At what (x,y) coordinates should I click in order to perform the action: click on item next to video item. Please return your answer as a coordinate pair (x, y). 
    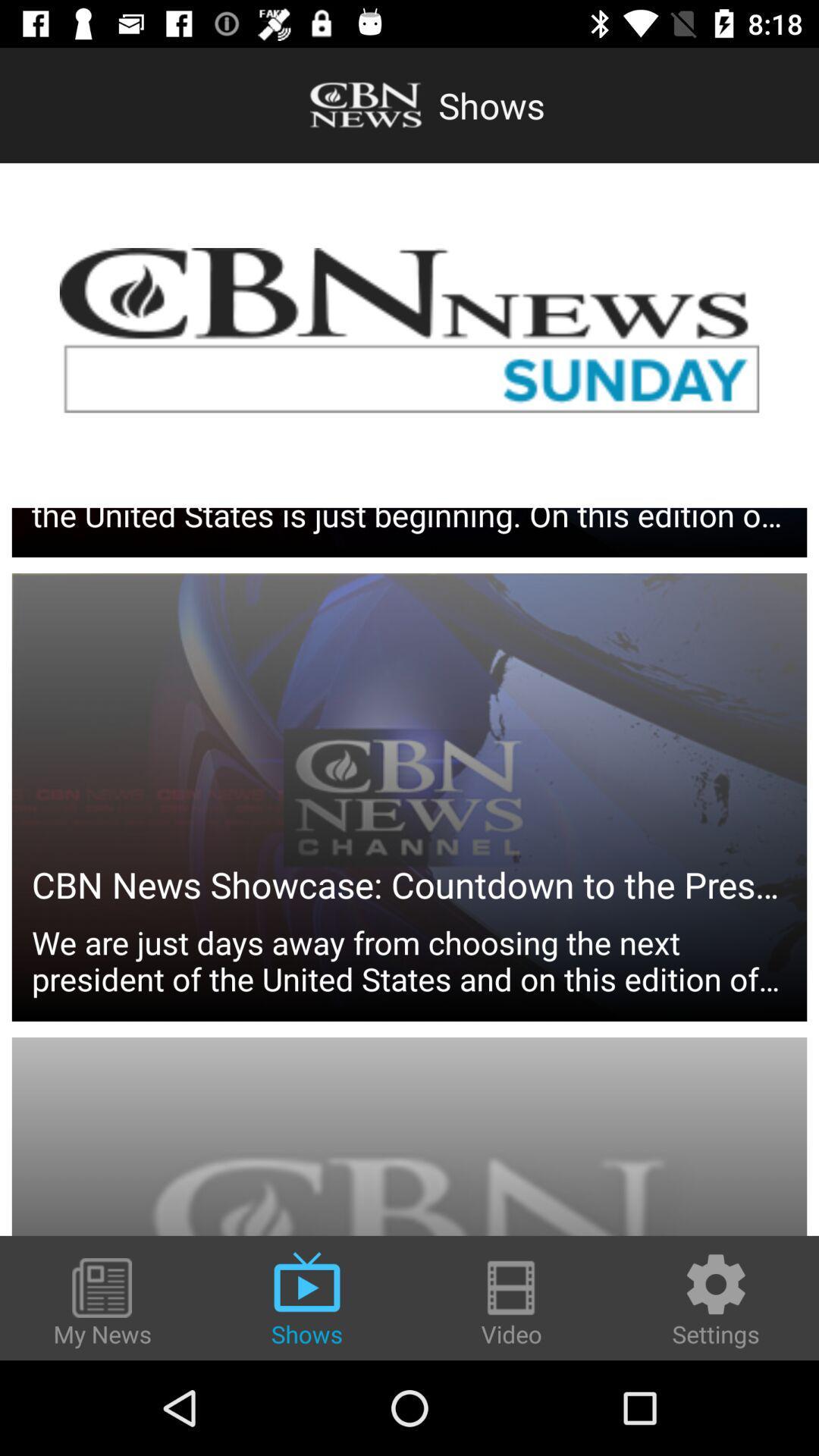
    Looking at the image, I should click on (716, 1298).